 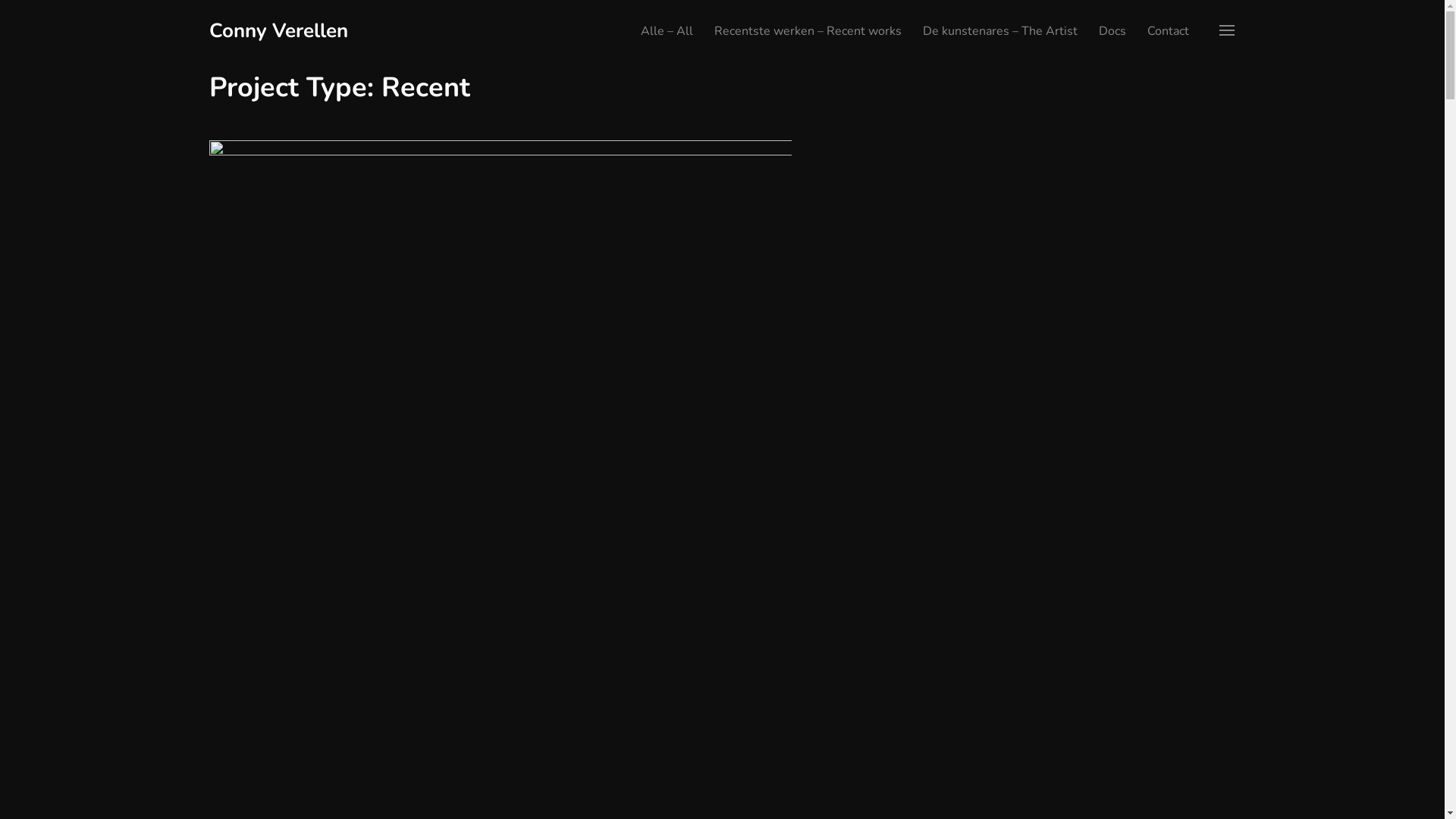 What do you see at coordinates (278, 30) in the screenshot?
I see `'Conny Verellen'` at bounding box center [278, 30].